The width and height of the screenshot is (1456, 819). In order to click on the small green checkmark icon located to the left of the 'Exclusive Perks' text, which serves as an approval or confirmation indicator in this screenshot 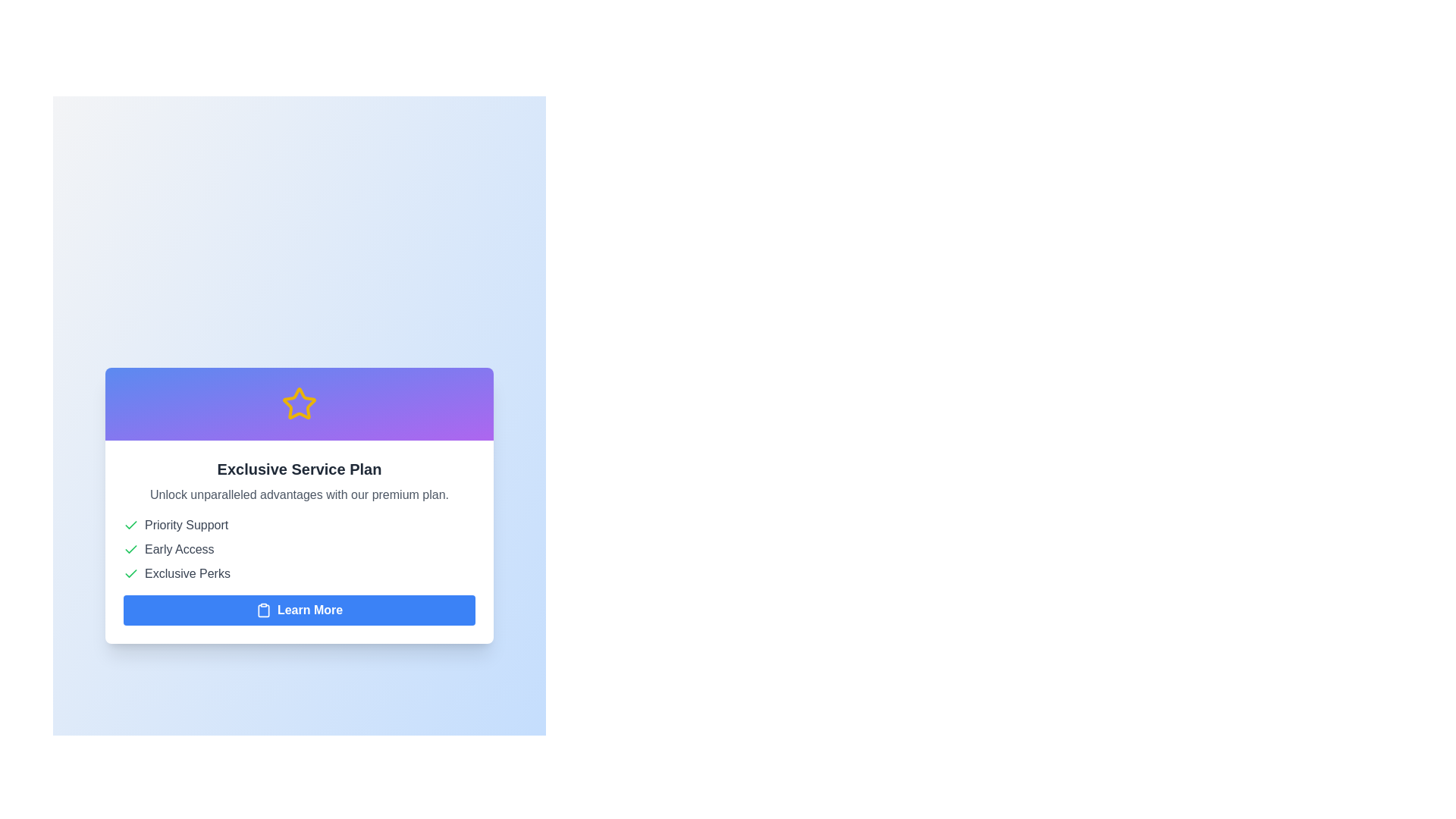, I will do `click(130, 573)`.